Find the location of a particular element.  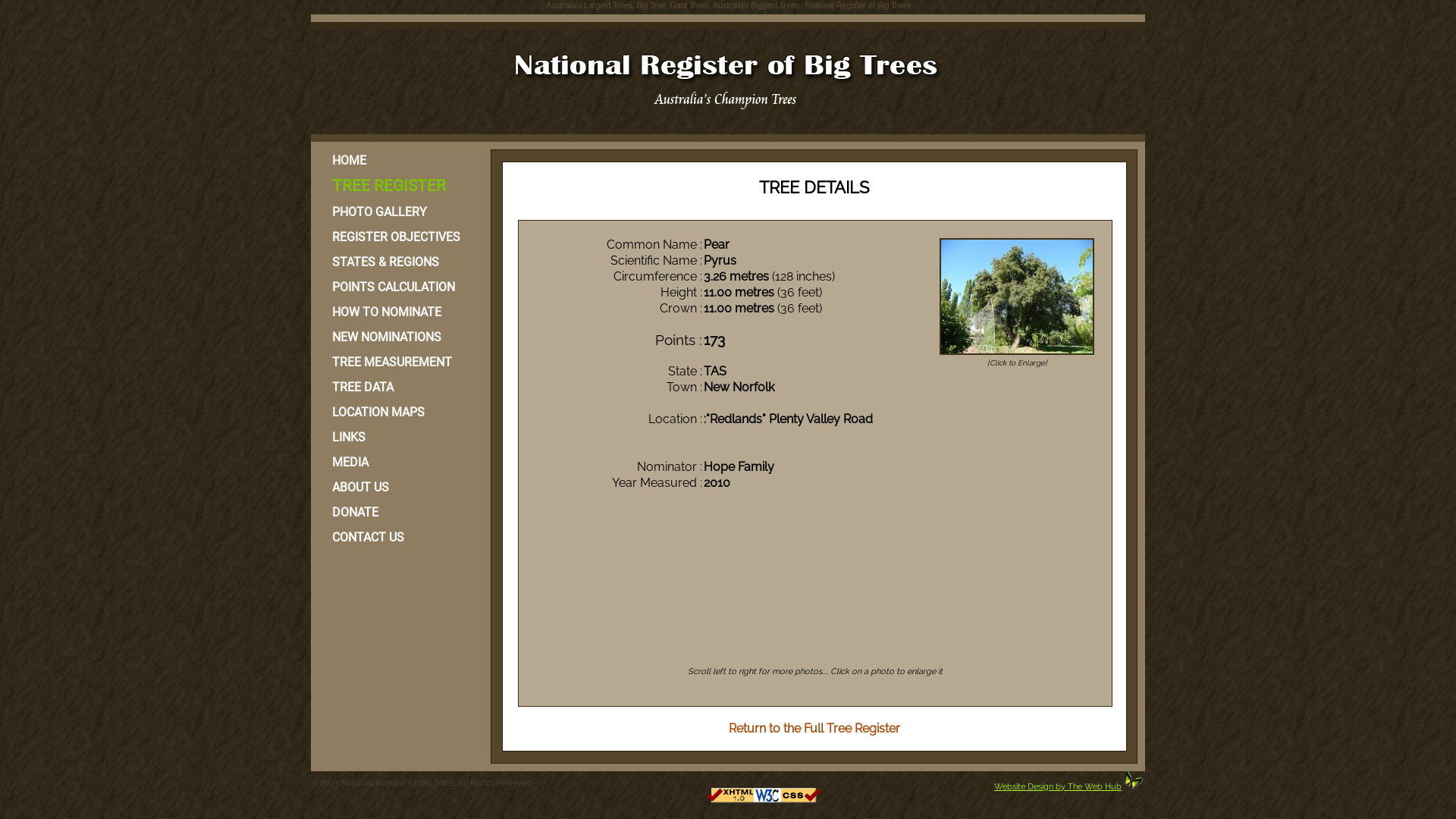

'STATES & REGIONS' is located at coordinates (399, 261).